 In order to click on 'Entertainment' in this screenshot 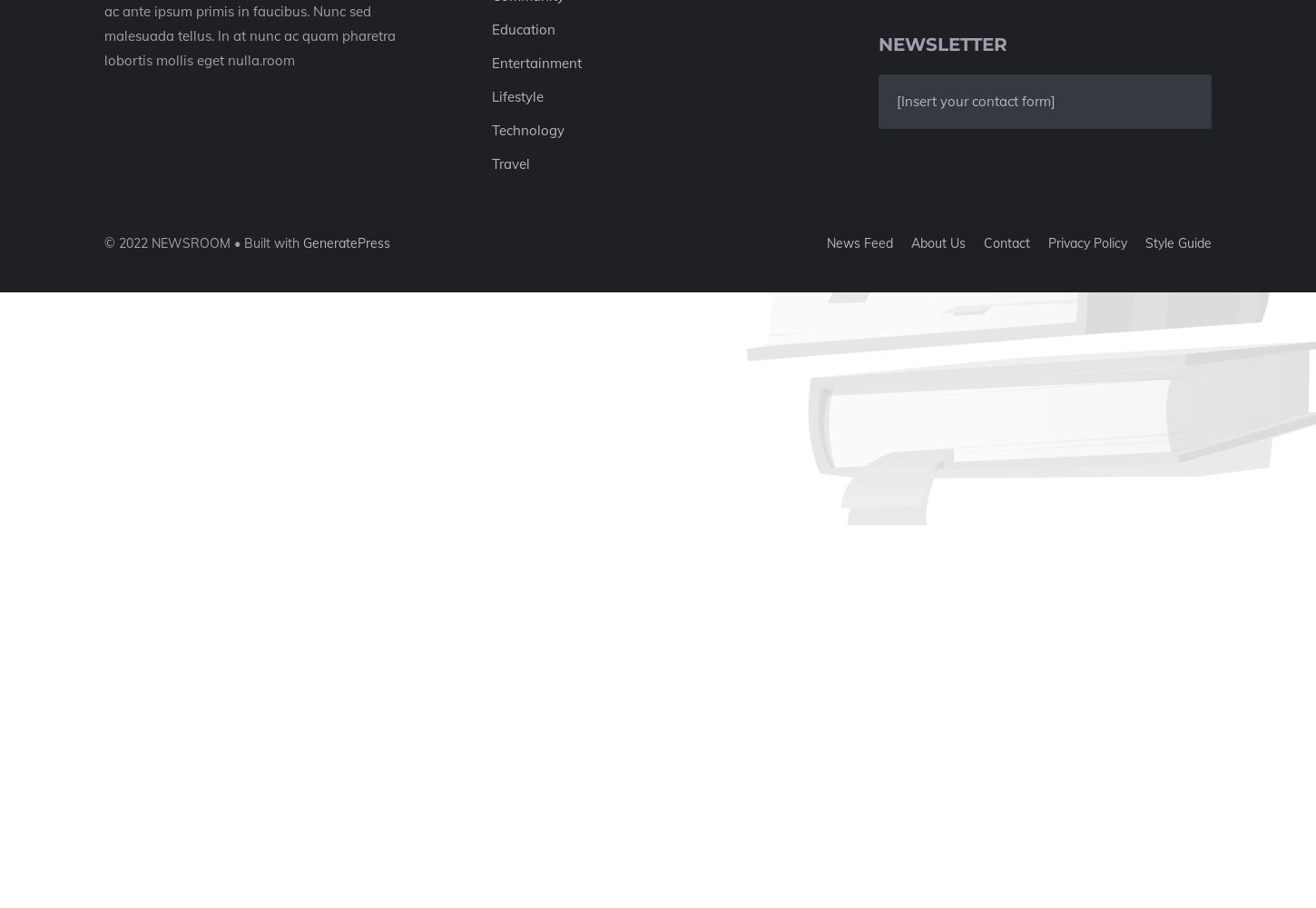, I will do `click(490, 61)`.